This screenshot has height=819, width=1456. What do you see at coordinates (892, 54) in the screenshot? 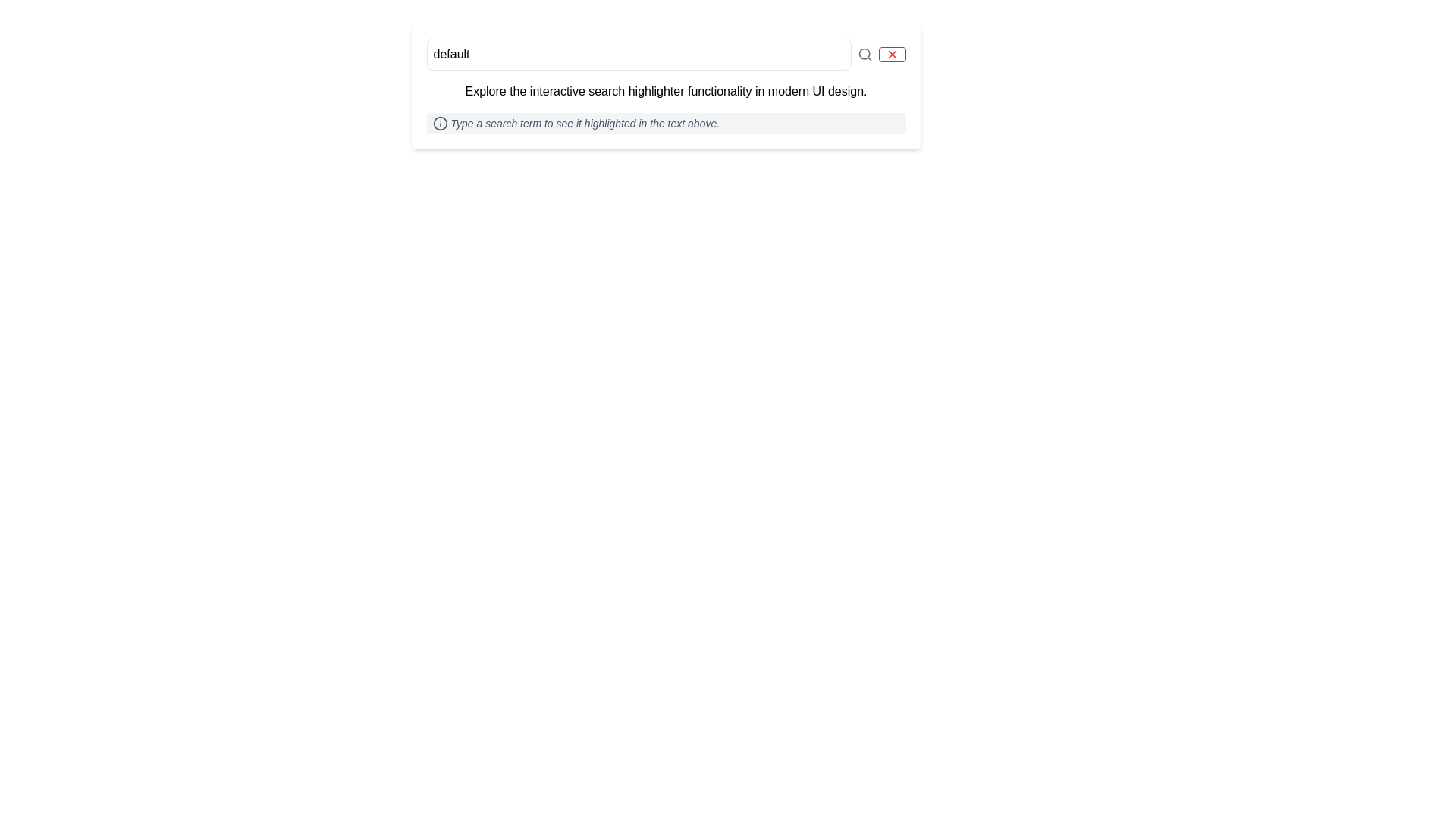
I see `the close button located at the far right of the group of elements to observe potential styling changes` at bounding box center [892, 54].